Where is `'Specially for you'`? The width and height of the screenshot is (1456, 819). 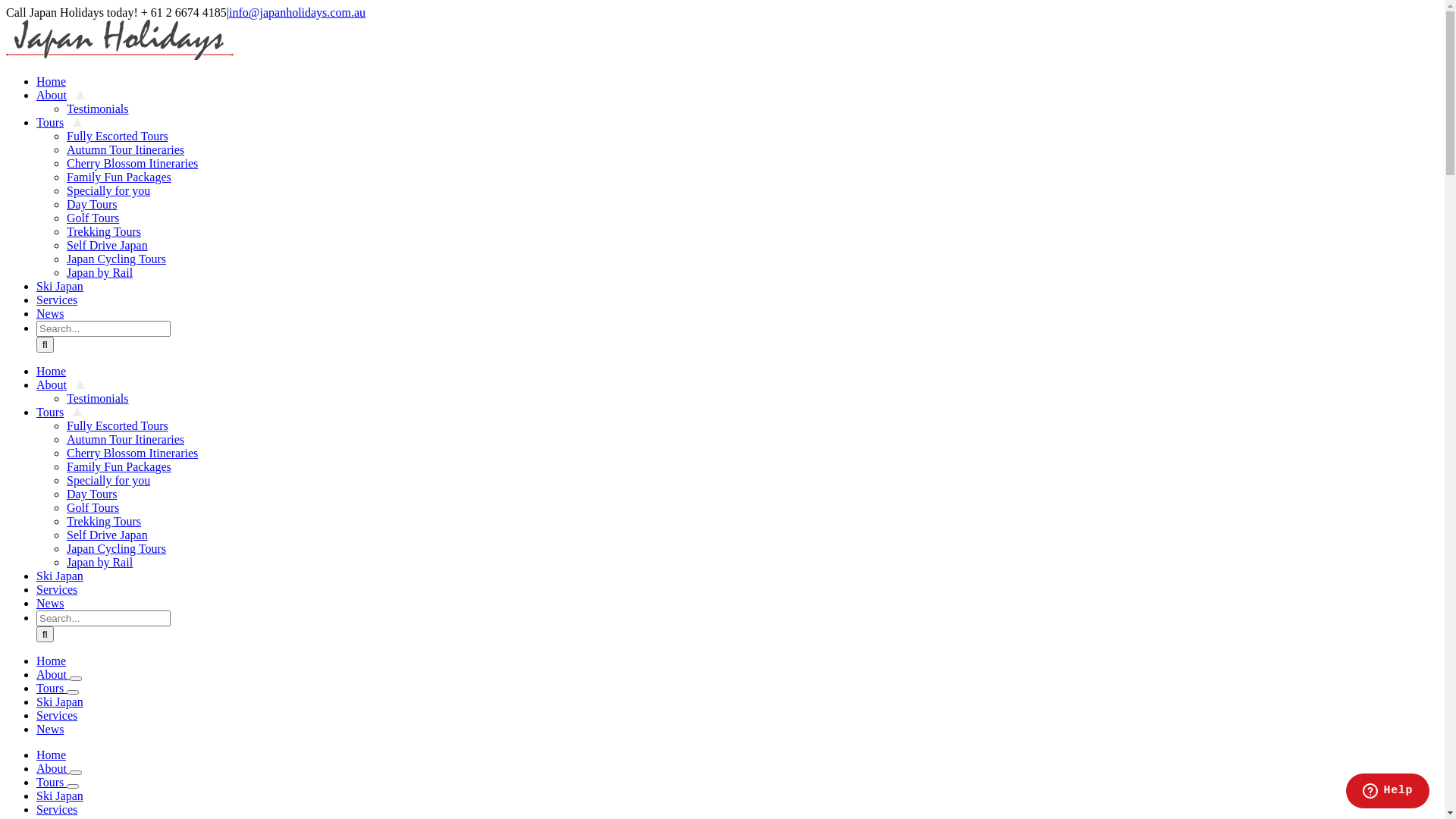
'Specially for you' is located at coordinates (108, 480).